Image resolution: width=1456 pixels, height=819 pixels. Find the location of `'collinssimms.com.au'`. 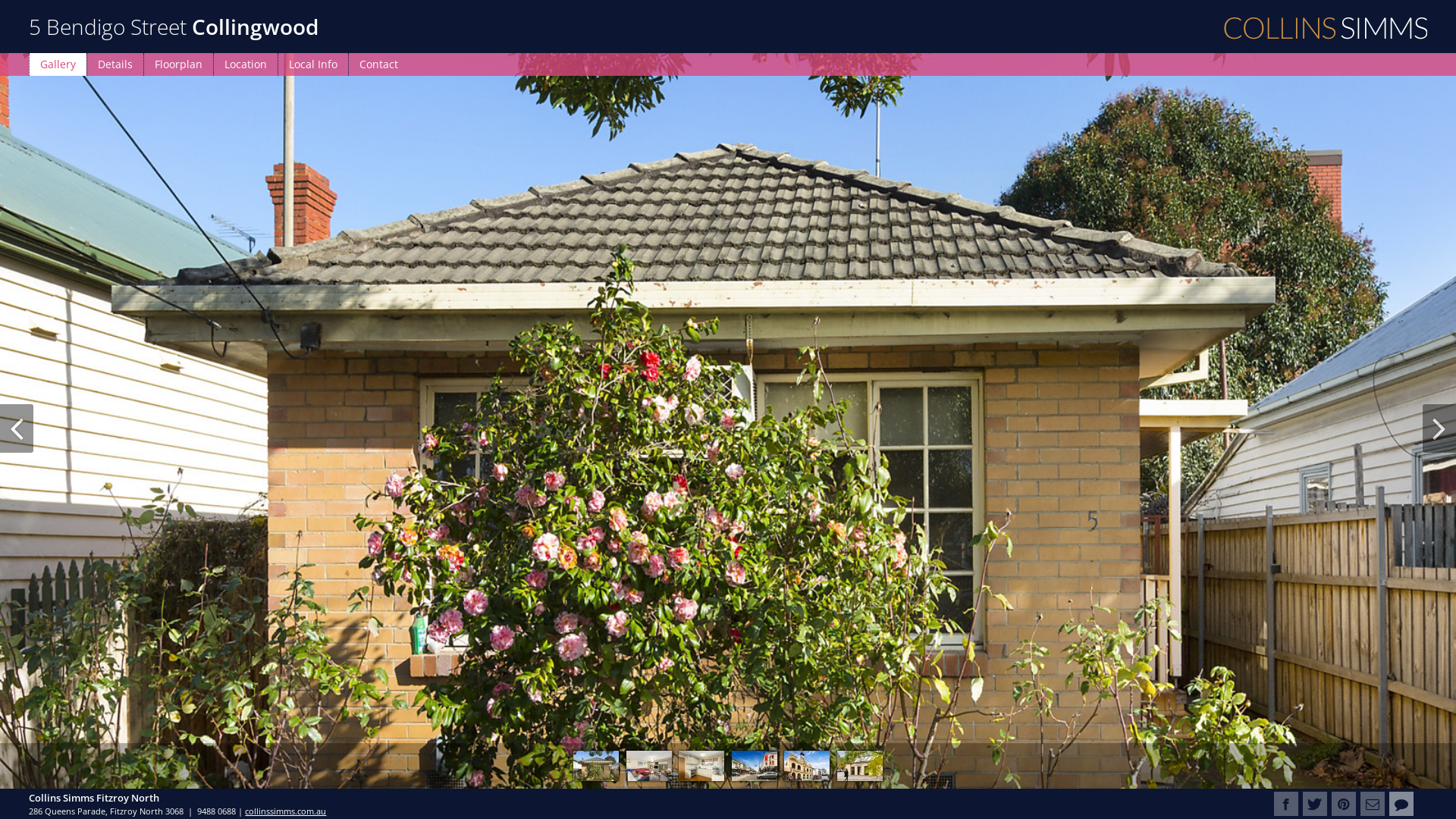

'collinssimms.com.au' is located at coordinates (285, 810).